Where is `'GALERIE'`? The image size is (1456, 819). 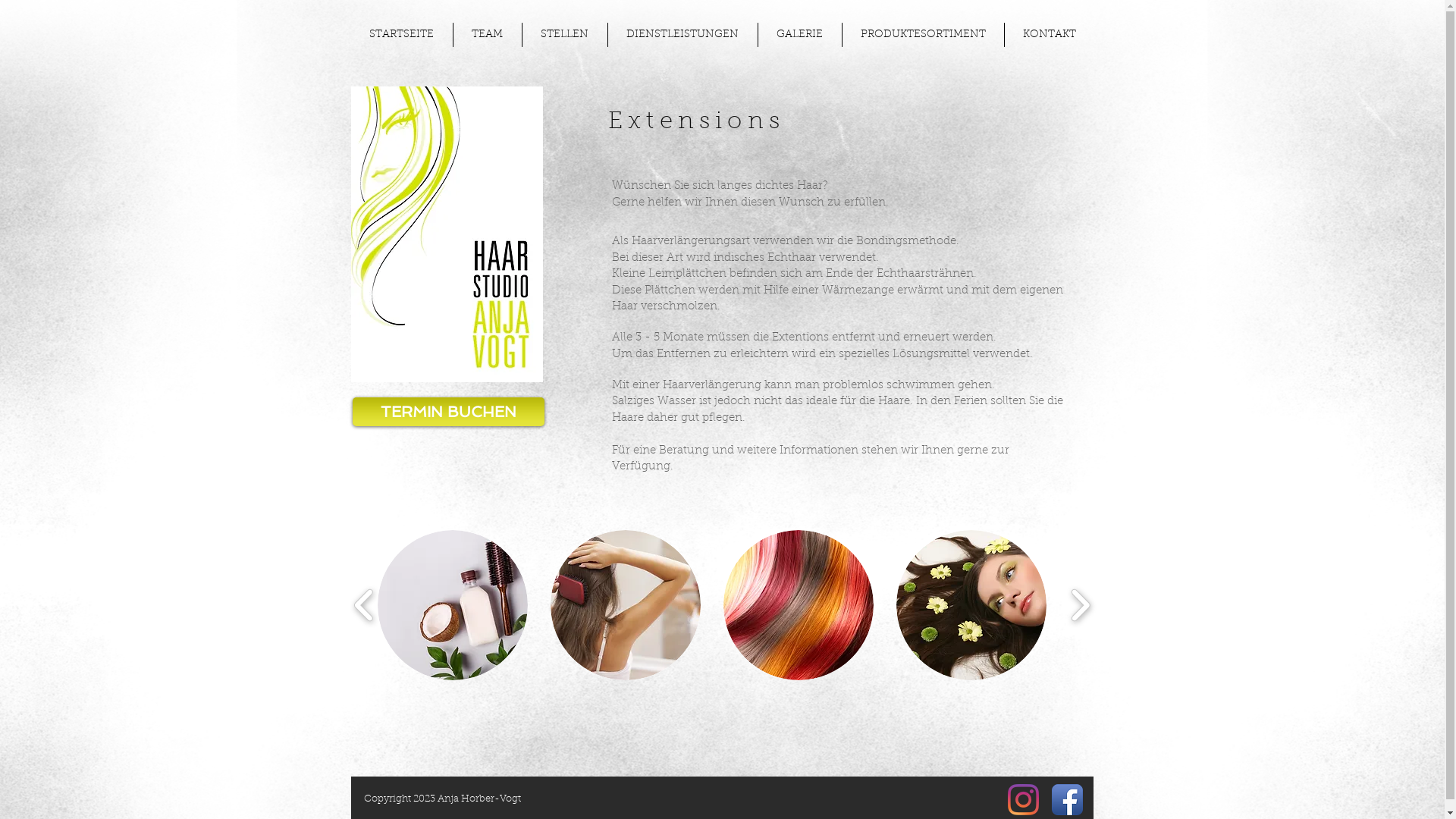 'GALERIE' is located at coordinates (799, 34).